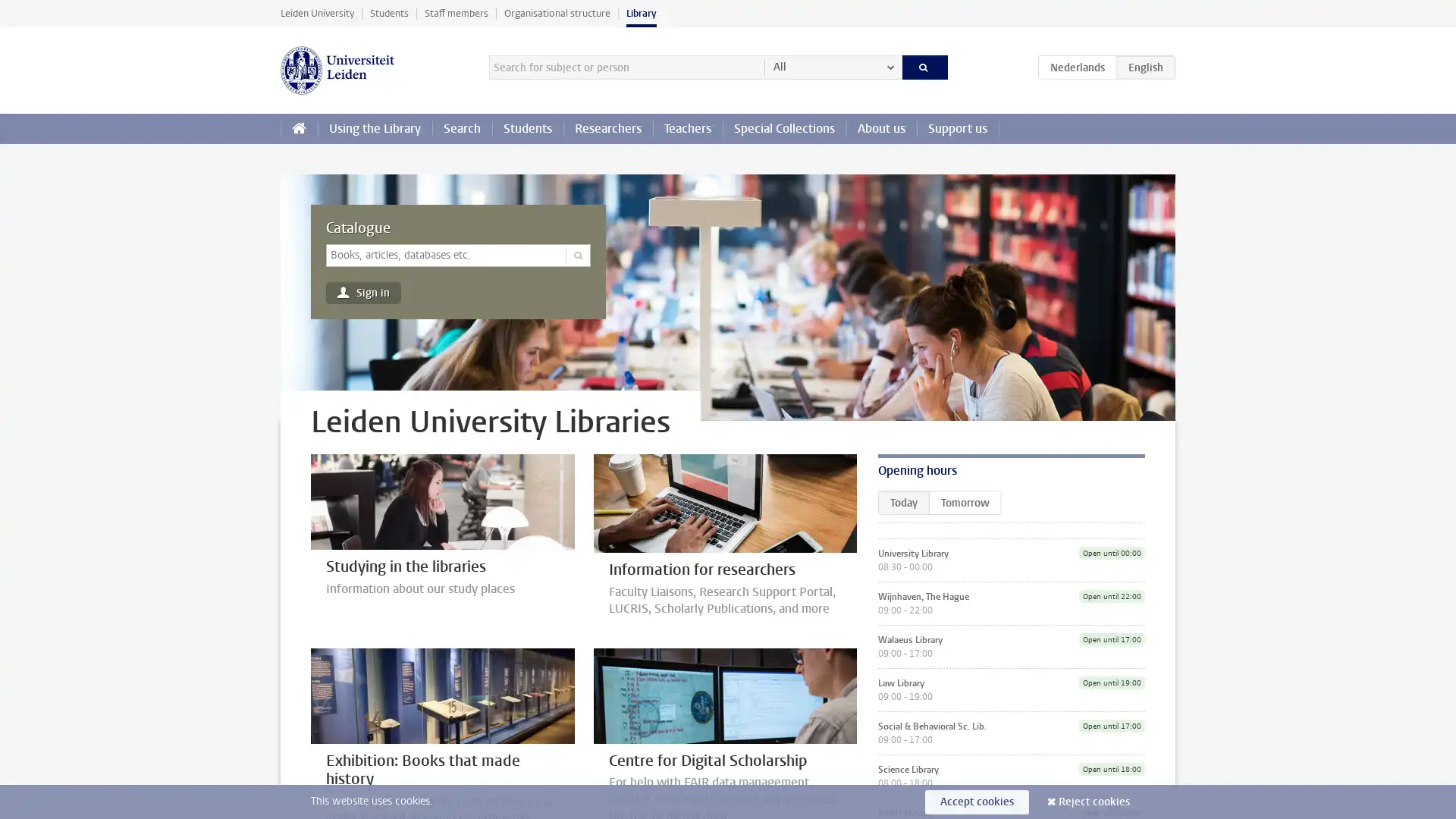 The image size is (1456, 819). What do you see at coordinates (1094, 801) in the screenshot?
I see `Reject cookies` at bounding box center [1094, 801].